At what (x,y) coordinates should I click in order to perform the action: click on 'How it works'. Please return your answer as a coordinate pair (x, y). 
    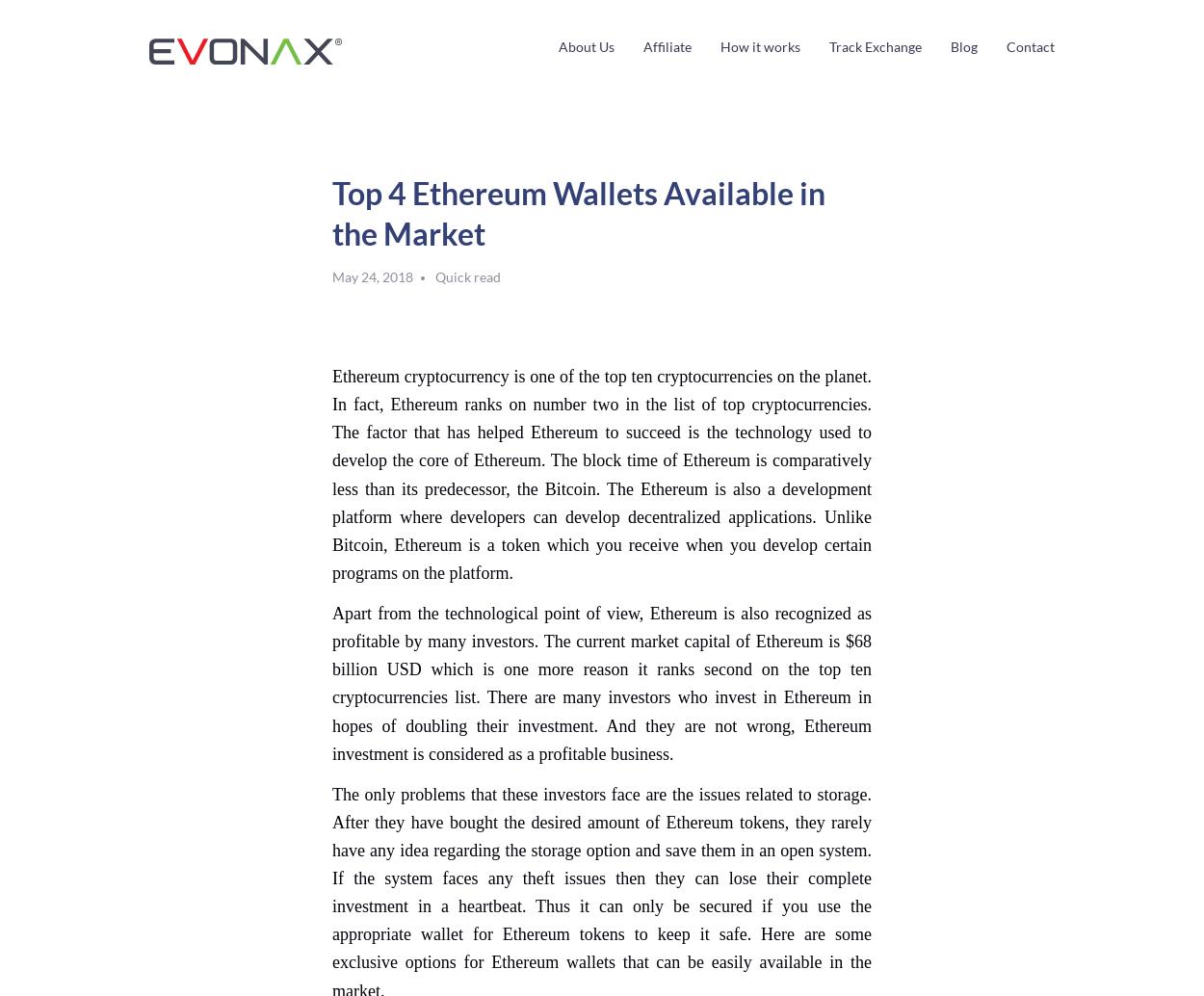
    Looking at the image, I should click on (719, 46).